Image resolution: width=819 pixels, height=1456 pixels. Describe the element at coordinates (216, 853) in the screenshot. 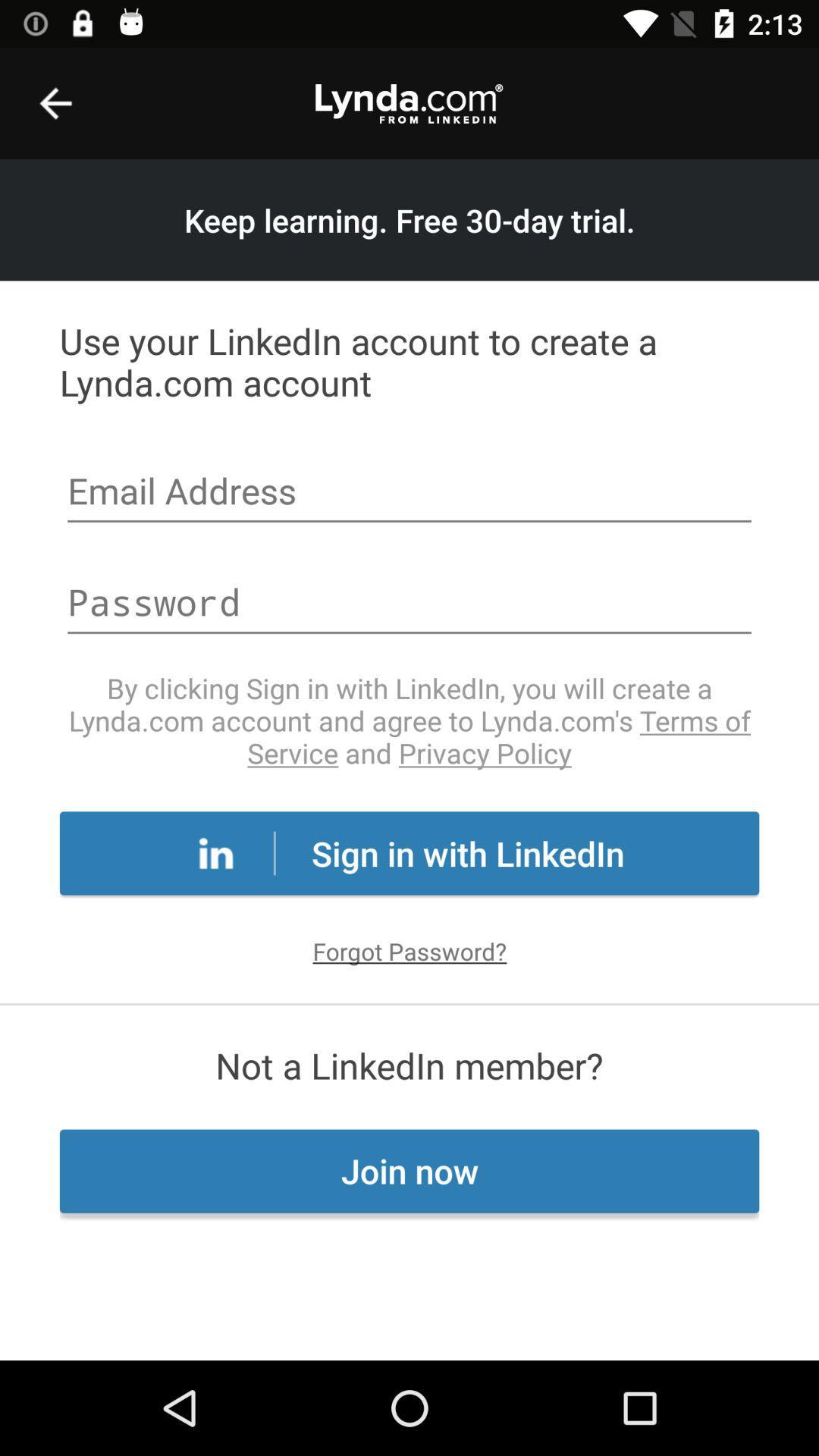

I see `in left to sign in with linkedin` at that location.